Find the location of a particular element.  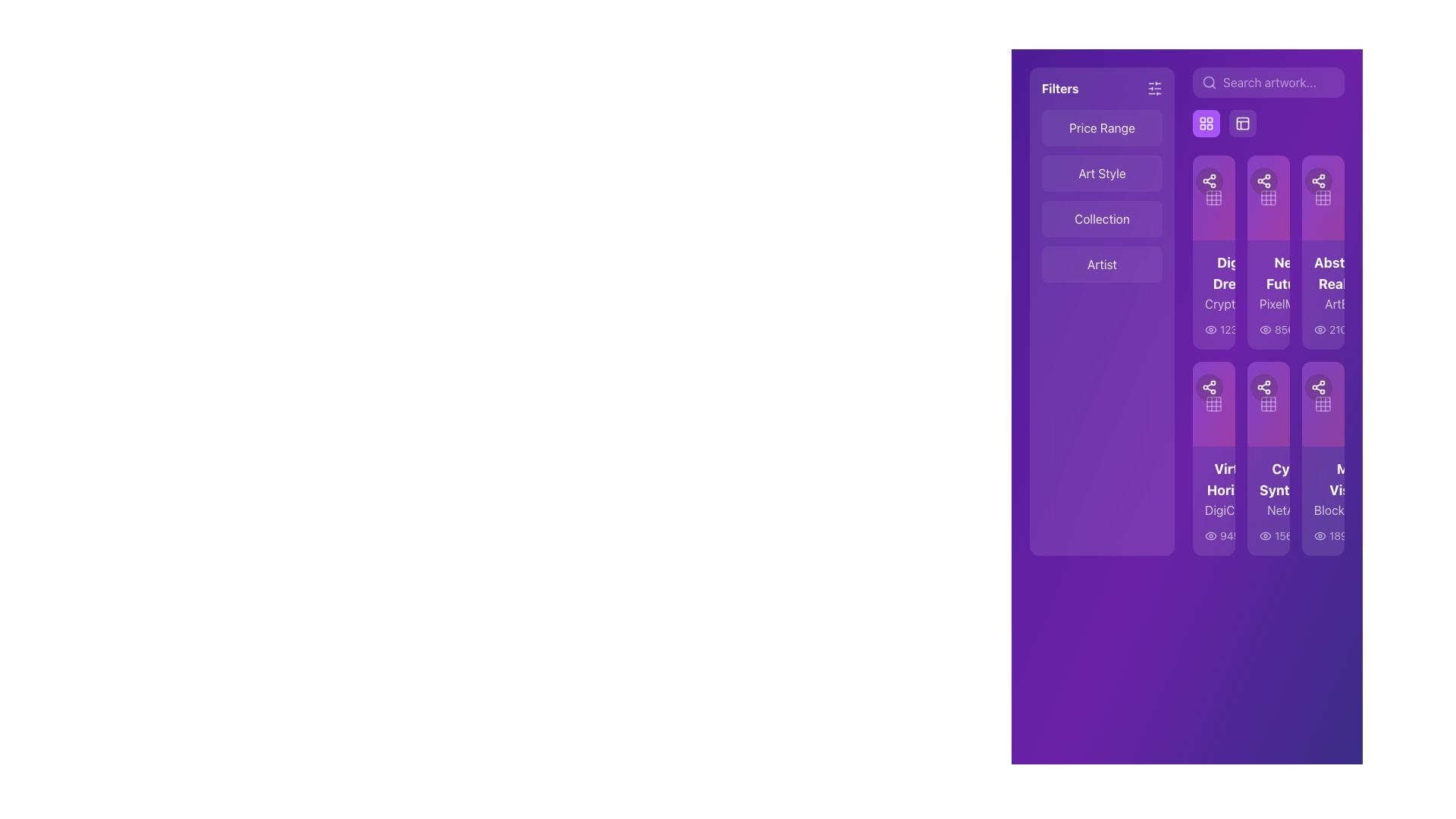

the 'Artist' filter button, which is the fourth option in the vertically arranged list of filters on the left-side menu, to apply the filter is located at coordinates (1102, 263).